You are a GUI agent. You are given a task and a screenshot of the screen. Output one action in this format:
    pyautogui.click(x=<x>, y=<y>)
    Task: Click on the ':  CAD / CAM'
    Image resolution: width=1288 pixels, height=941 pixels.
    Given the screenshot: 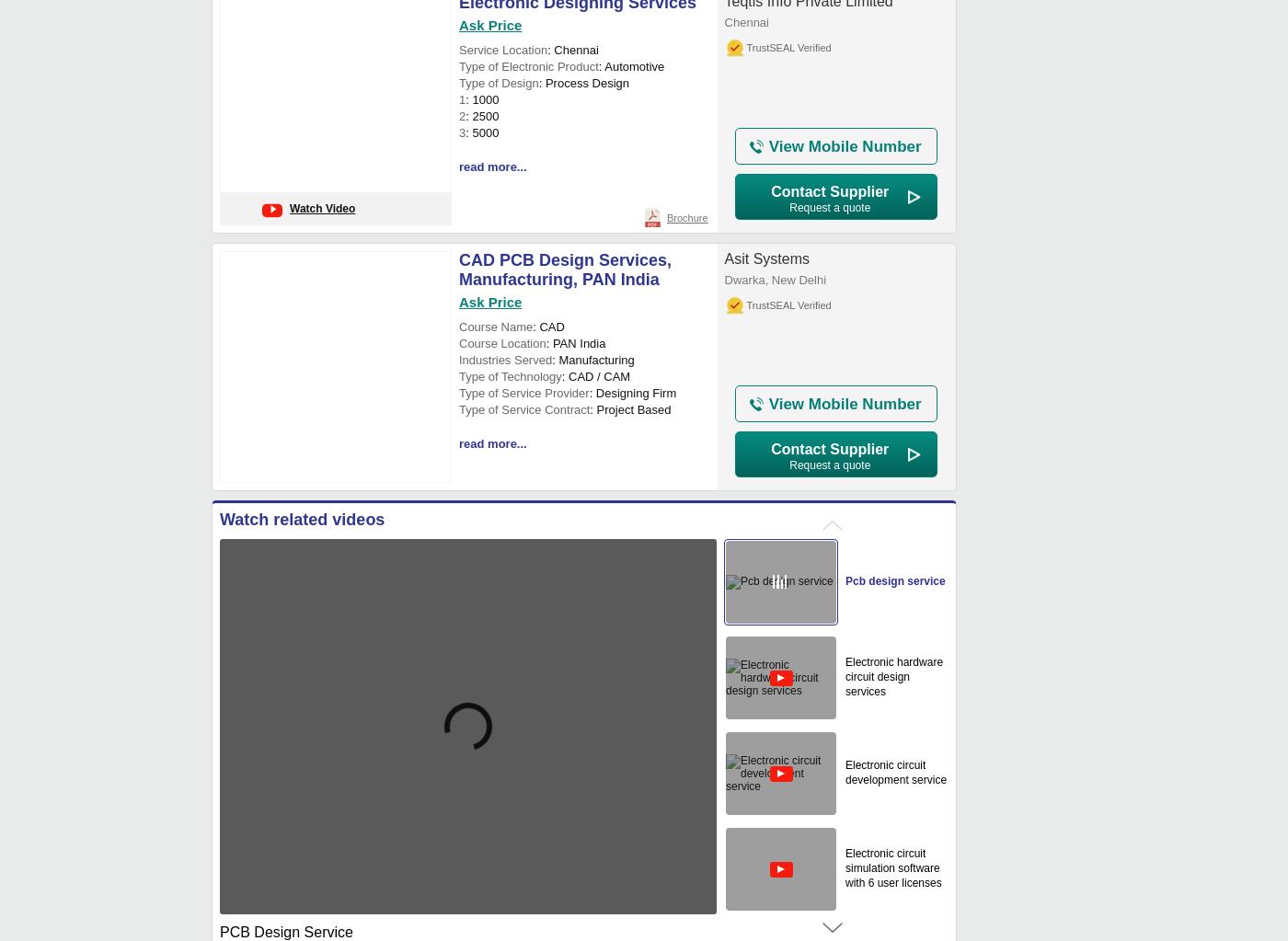 What is the action you would take?
    pyautogui.click(x=595, y=376)
    